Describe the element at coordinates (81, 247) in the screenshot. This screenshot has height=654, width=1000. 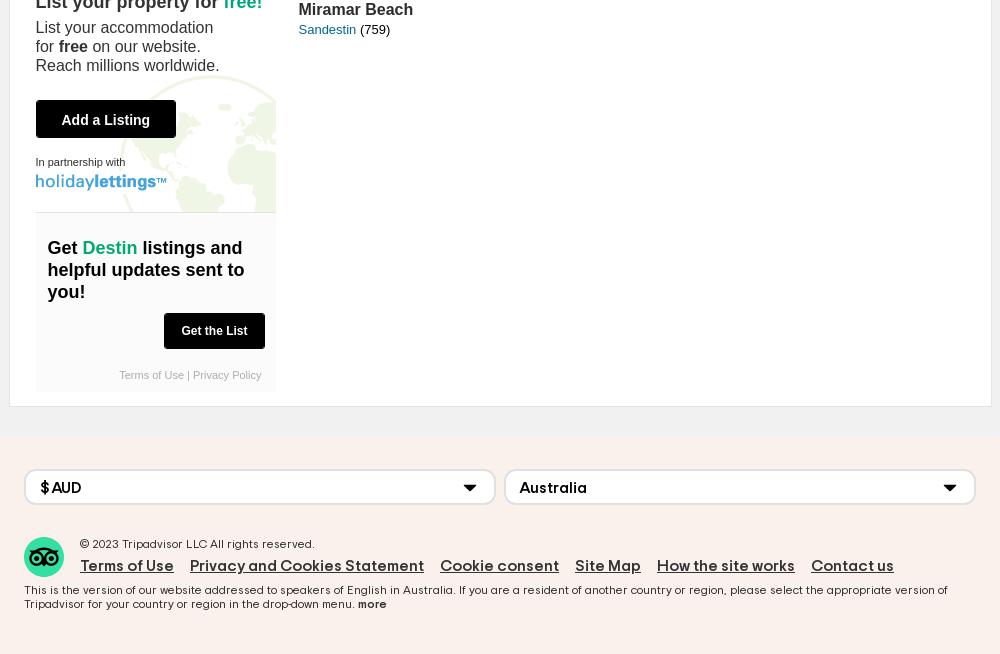
I see `'Destin'` at that location.